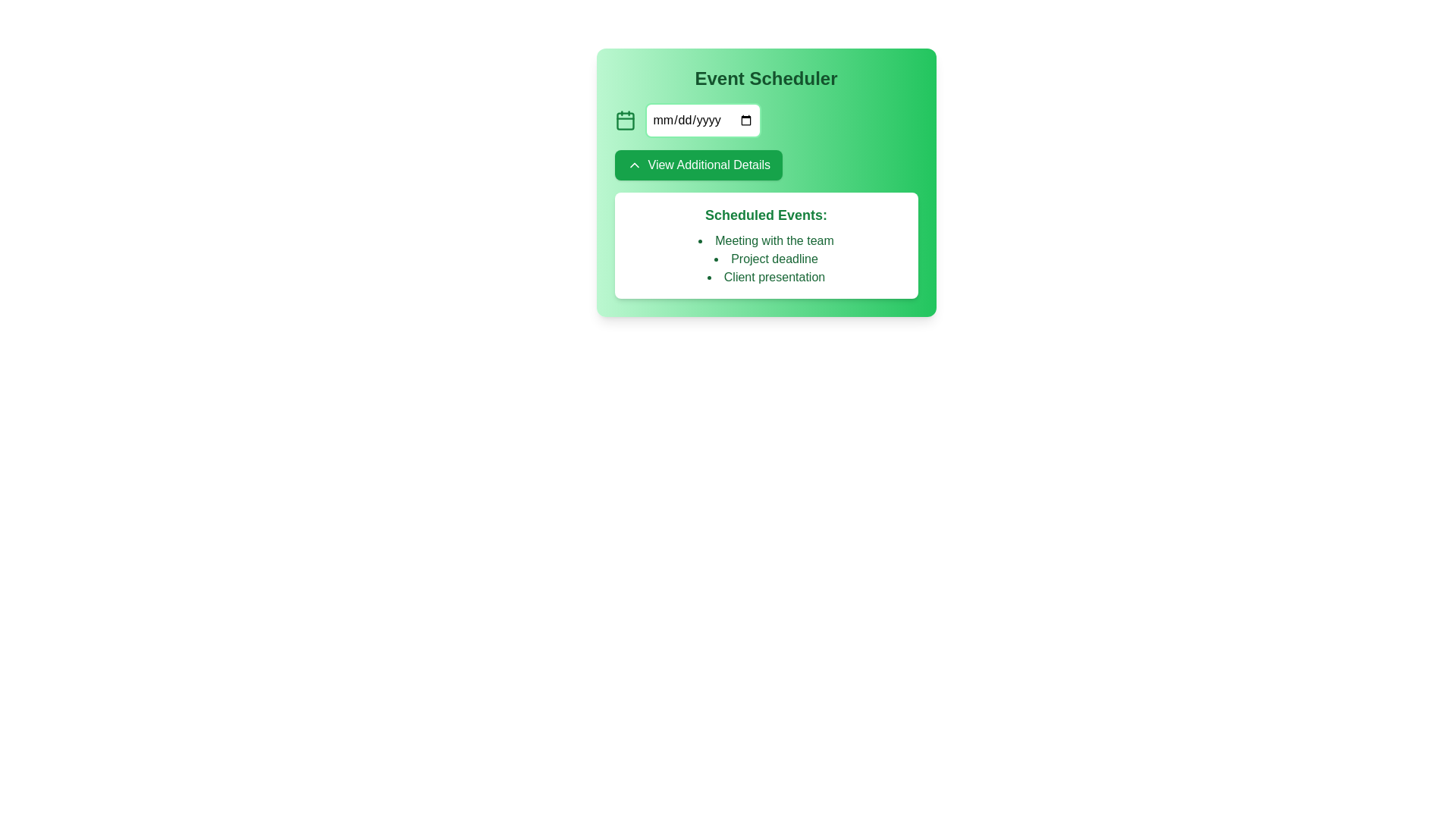  I want to click on the icon located on the left side of the 'View Additional Details' button, so click(634, 165).